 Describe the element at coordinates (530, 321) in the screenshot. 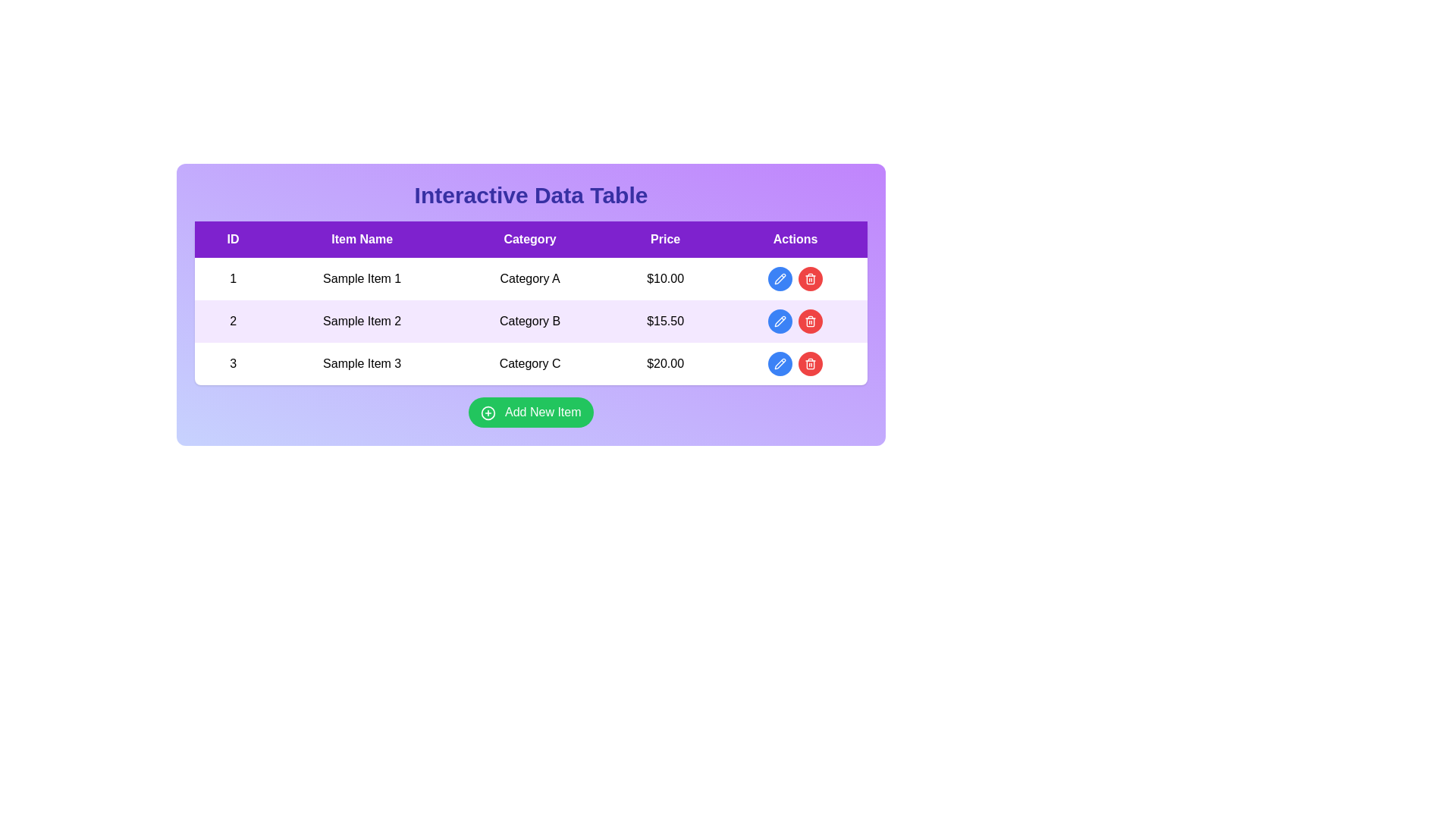

I see `the text cell containing 'Category B' in the second row and third column of the data table, which is centered within a card-styled box` at that location.